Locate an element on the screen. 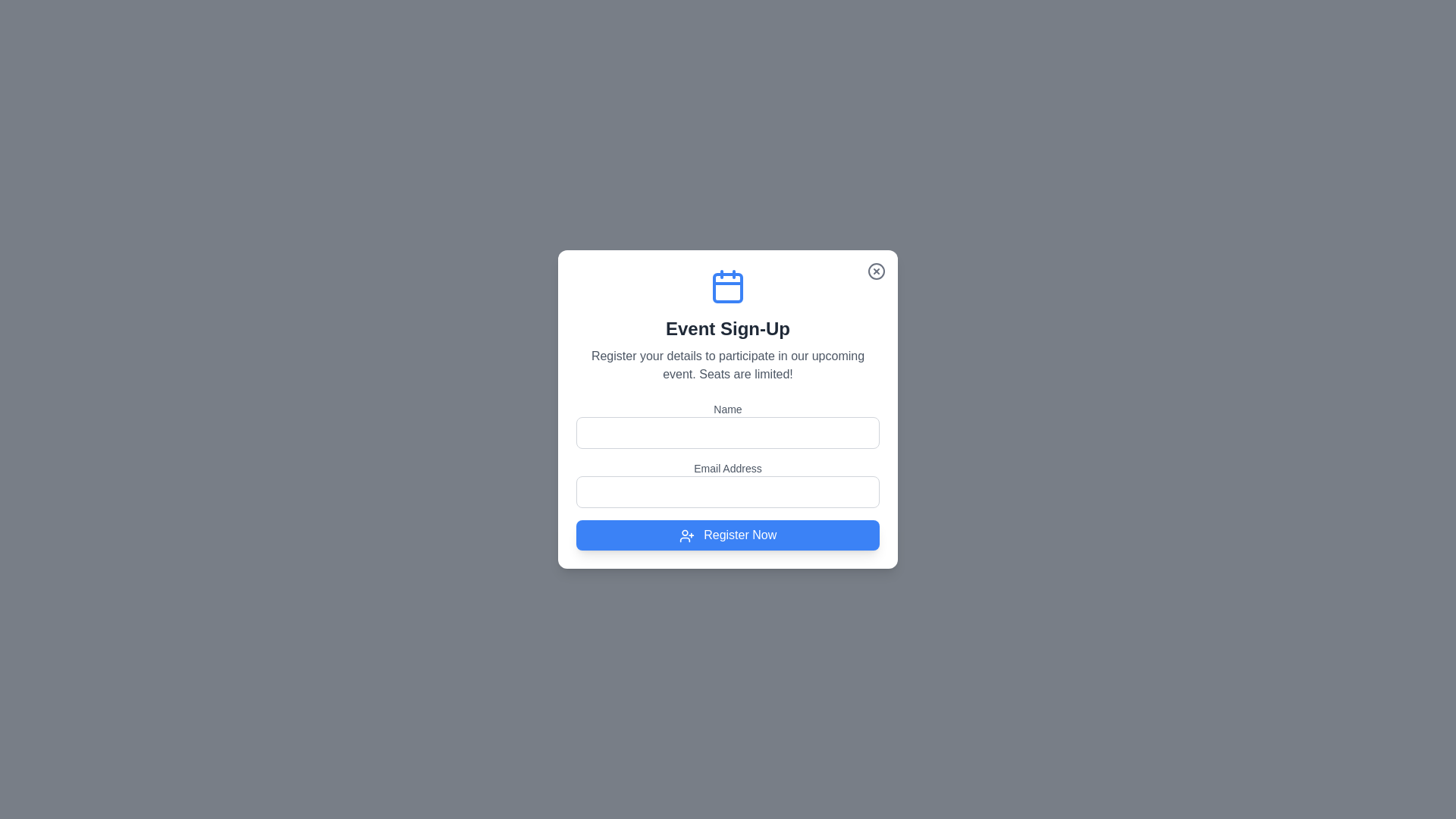 Image resolution: width=1456 pixels, height=819 pixels. close button located in the top-right corner of the dialog is located at coordinates (877, 271).